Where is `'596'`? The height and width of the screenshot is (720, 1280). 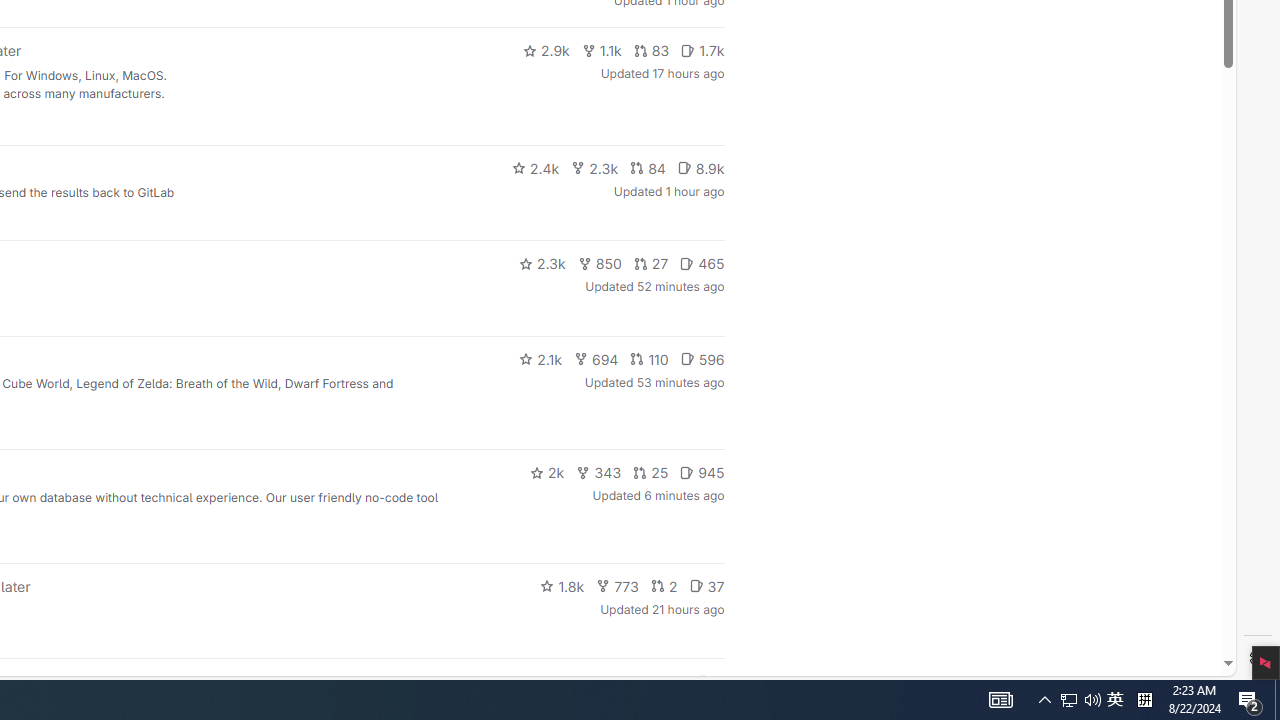
'596' is located at coordinates (702, 357).